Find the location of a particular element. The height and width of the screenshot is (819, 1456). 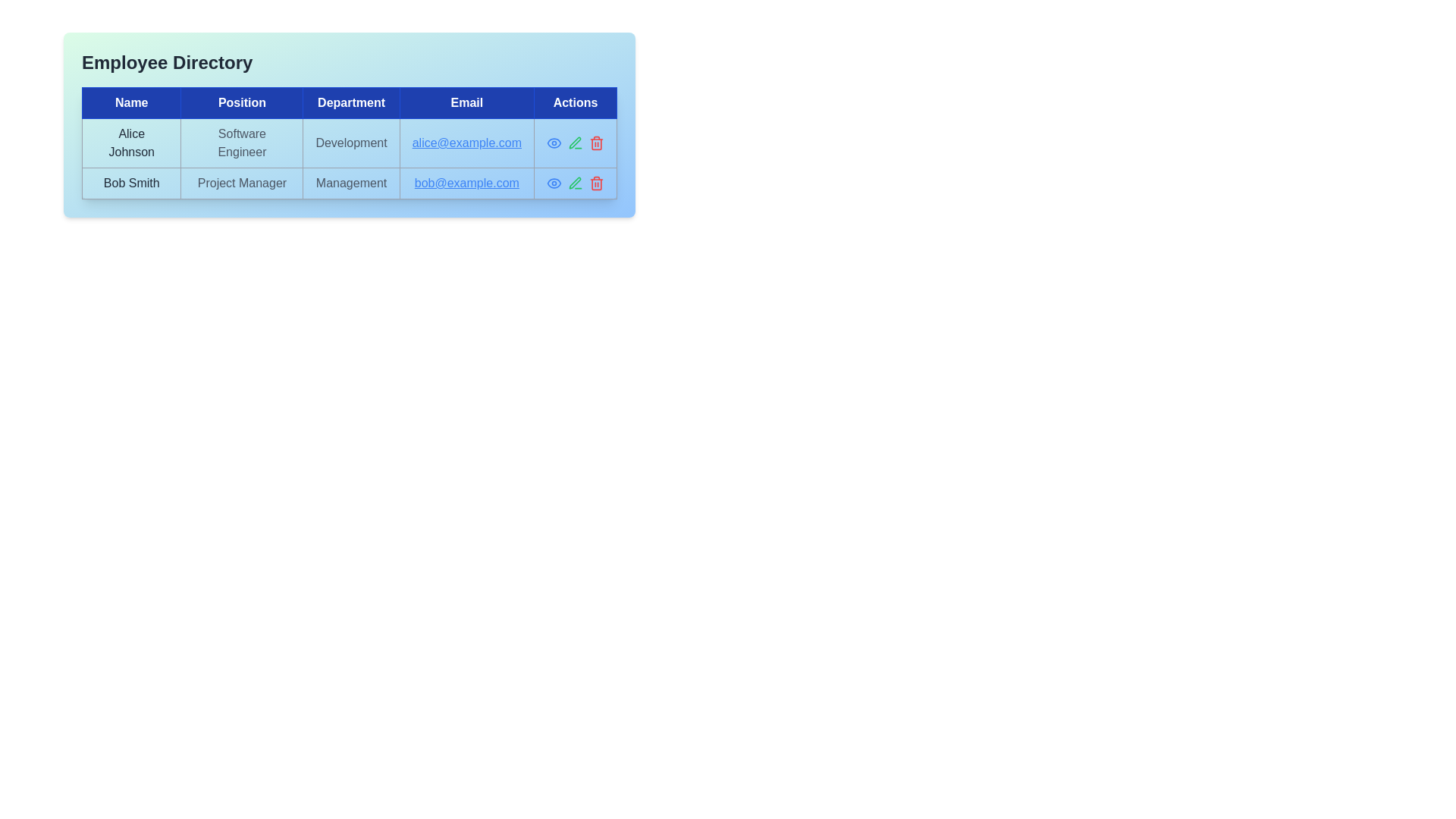

the hyperlink displaying 'bob@example.com' in the Email column of the employee information table is located at coordinates (466, 183).